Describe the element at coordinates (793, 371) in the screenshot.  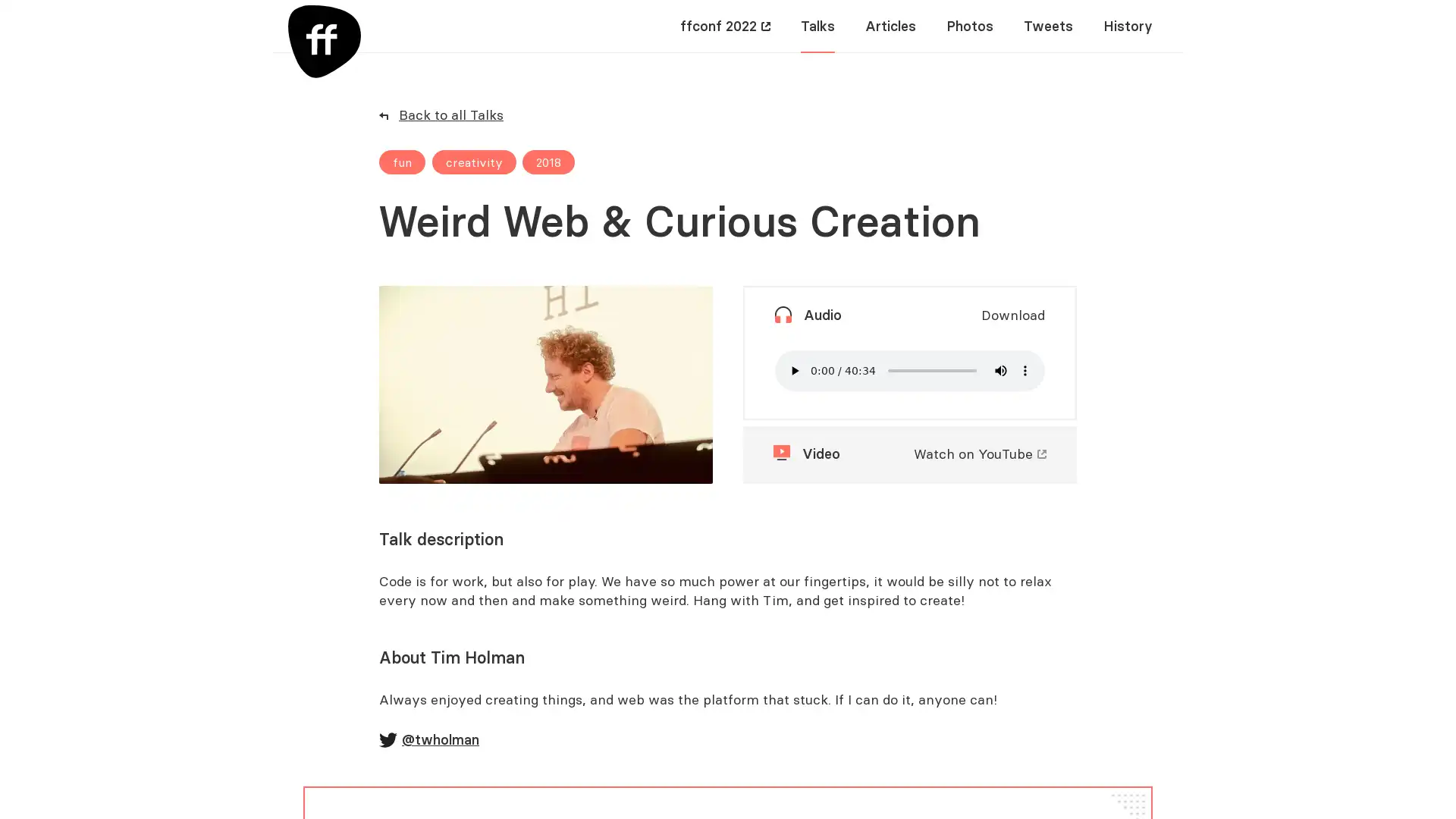
I see `play` at that location.